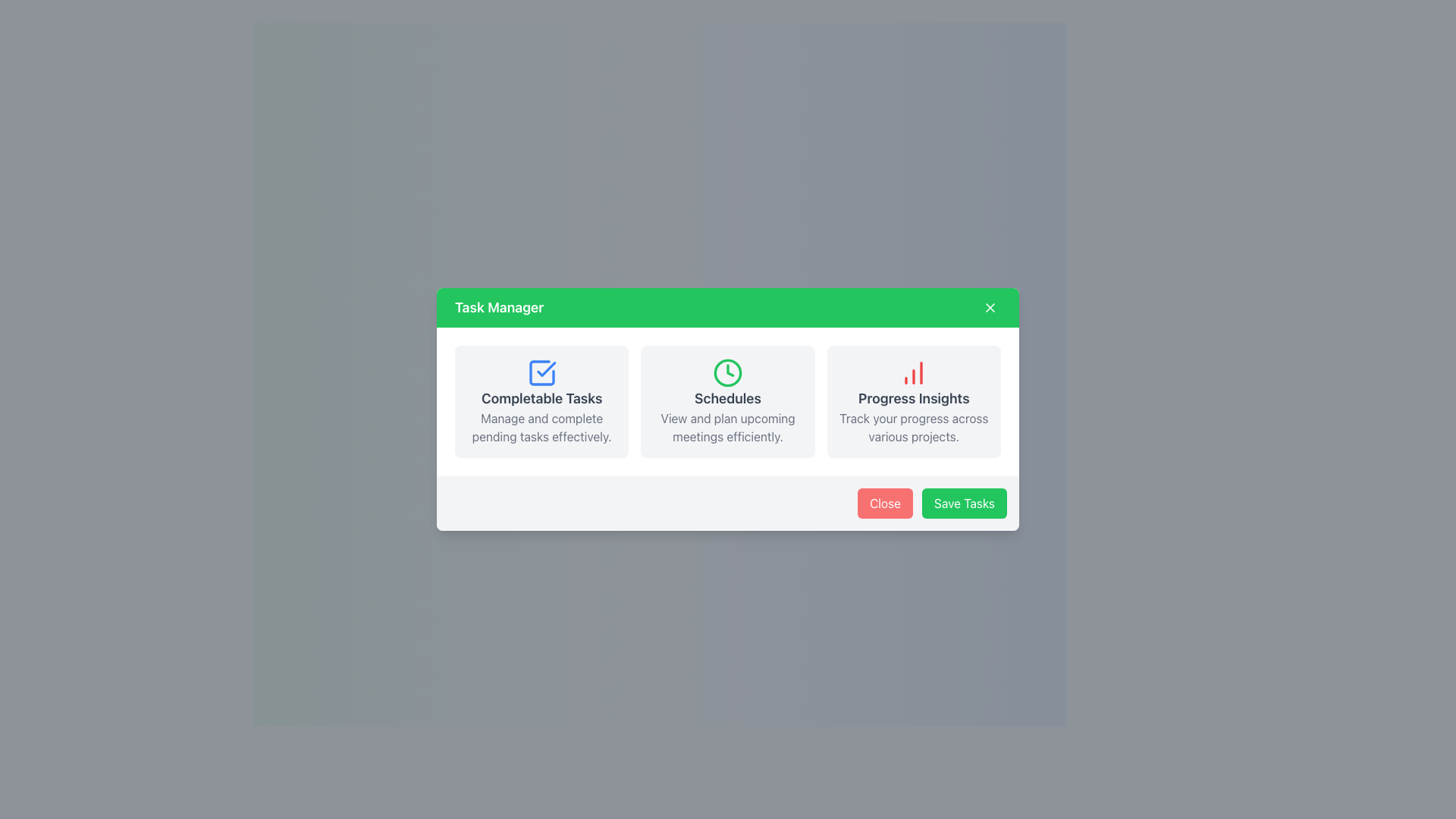  I want to click on the informational Text Label located directly below the 'Progress Insights' title in the 'Progress Insights' panel, so click(913, 427).